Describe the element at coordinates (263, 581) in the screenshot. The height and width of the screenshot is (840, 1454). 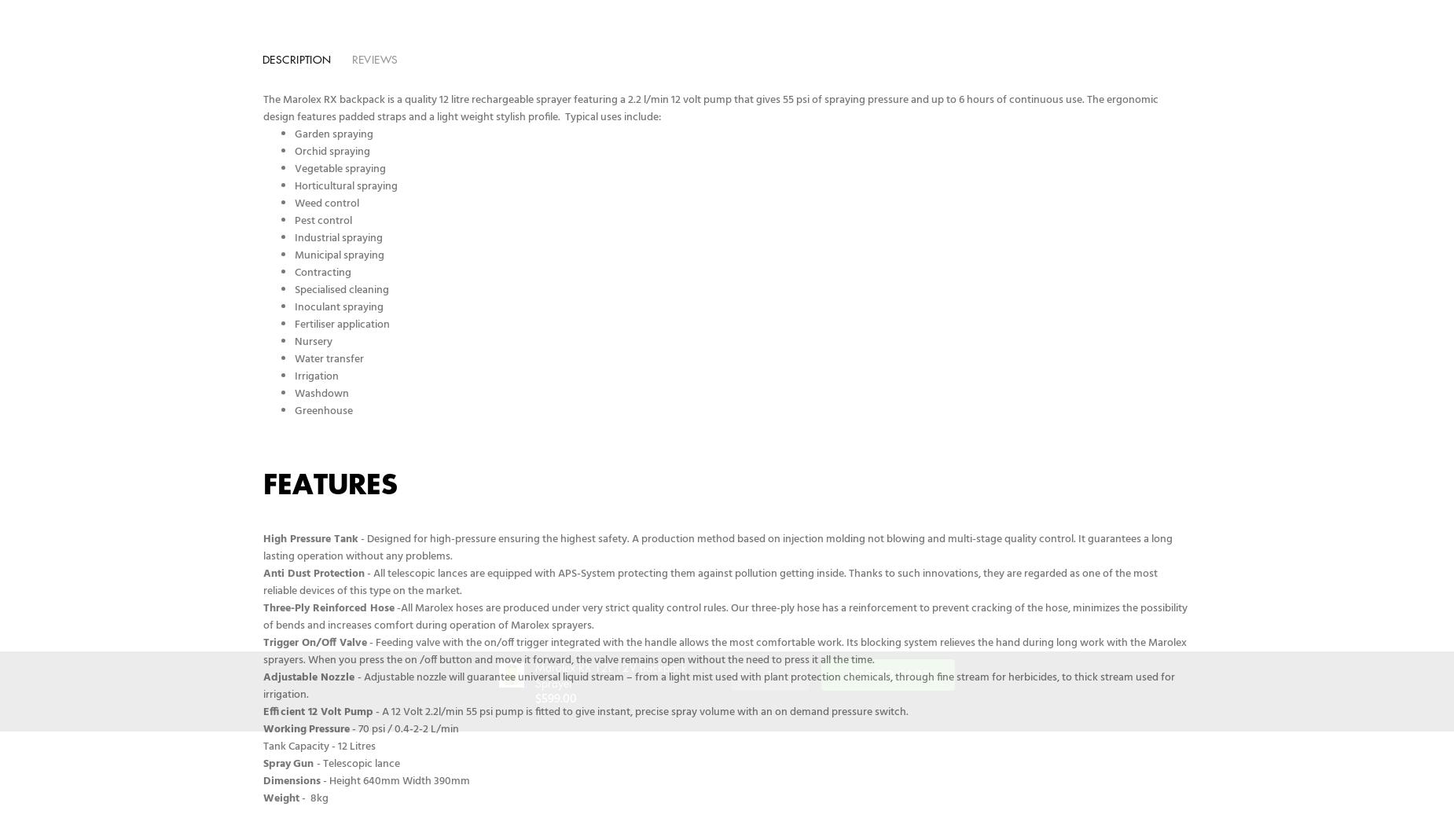
I see `'- All telescopic lances are equipped with APS-System protecting them against pollution getting inside. Thanks to such innovations, they are regarded as one of the most reliable devices of this type on the market.'` at that location.